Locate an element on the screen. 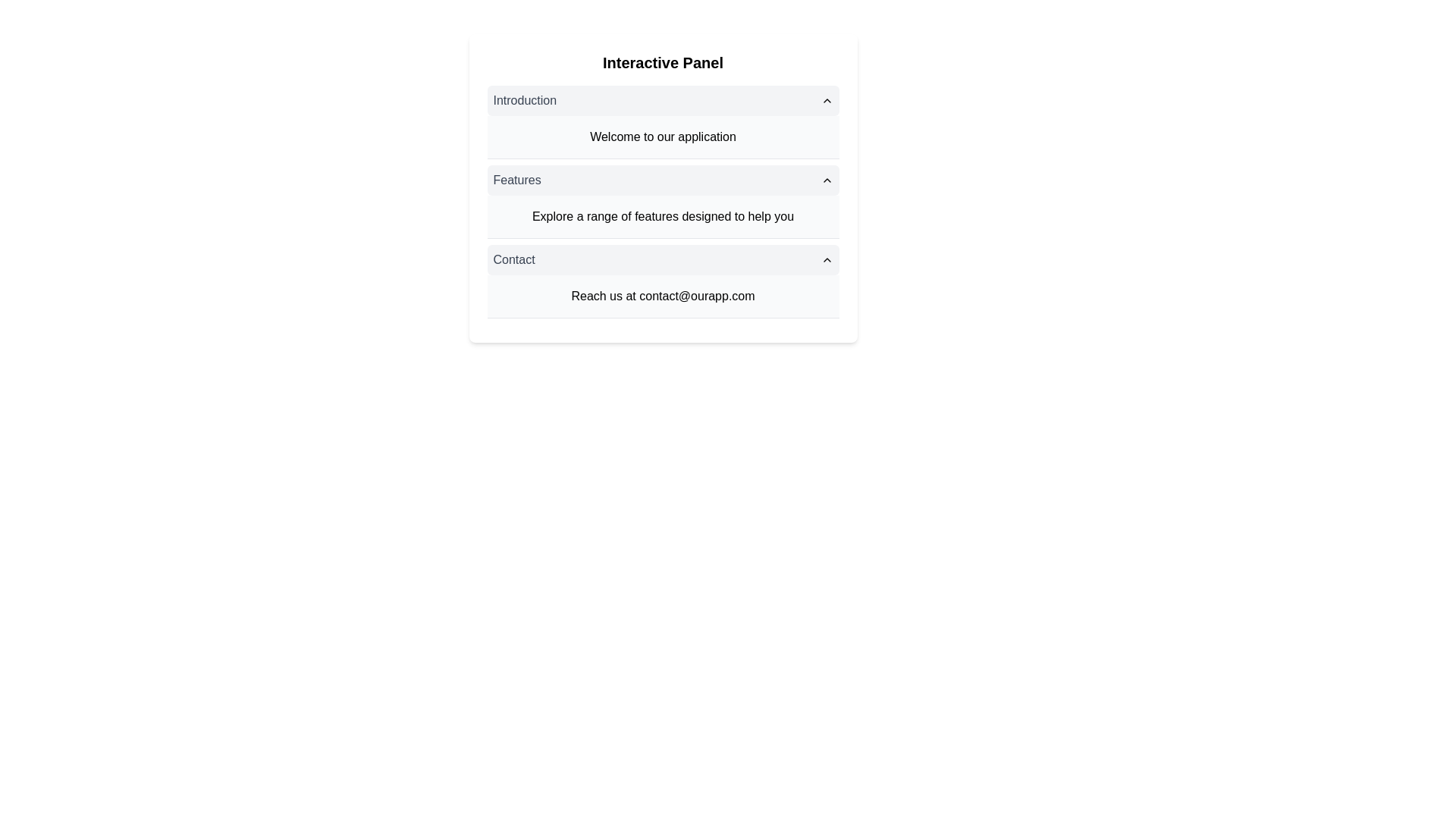  the informational message welcoming users to the application, located in the 'Introduction' section of the interactive panel, directly following the header label 'Introduction' is located at coordinates (663, 137).